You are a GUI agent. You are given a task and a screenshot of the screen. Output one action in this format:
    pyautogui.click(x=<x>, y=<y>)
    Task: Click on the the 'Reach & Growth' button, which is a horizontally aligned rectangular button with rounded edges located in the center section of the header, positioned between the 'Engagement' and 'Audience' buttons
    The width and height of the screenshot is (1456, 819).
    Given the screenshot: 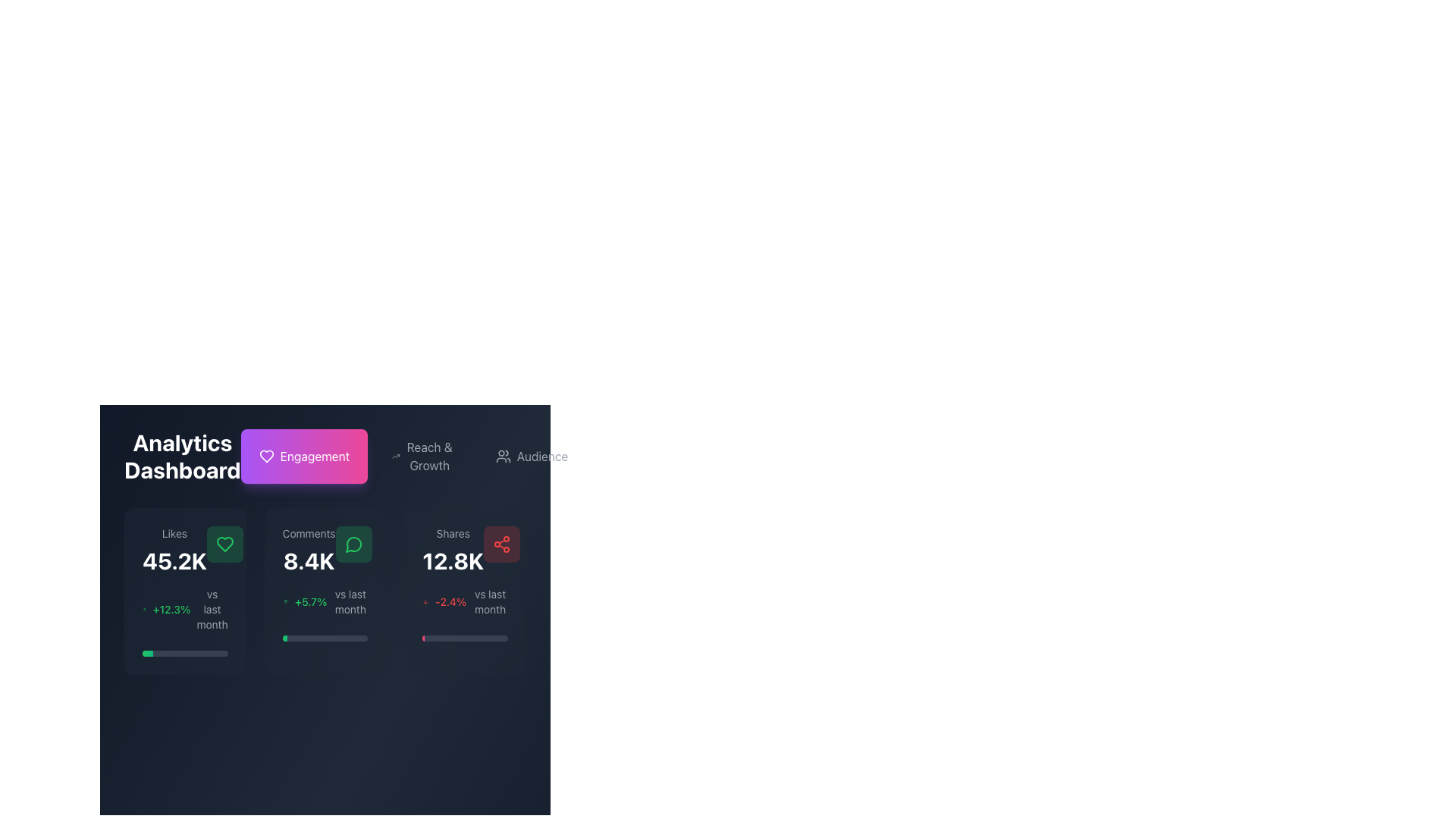 What is the action you would take?
    pyautogui.click(x=422, y=455)
    